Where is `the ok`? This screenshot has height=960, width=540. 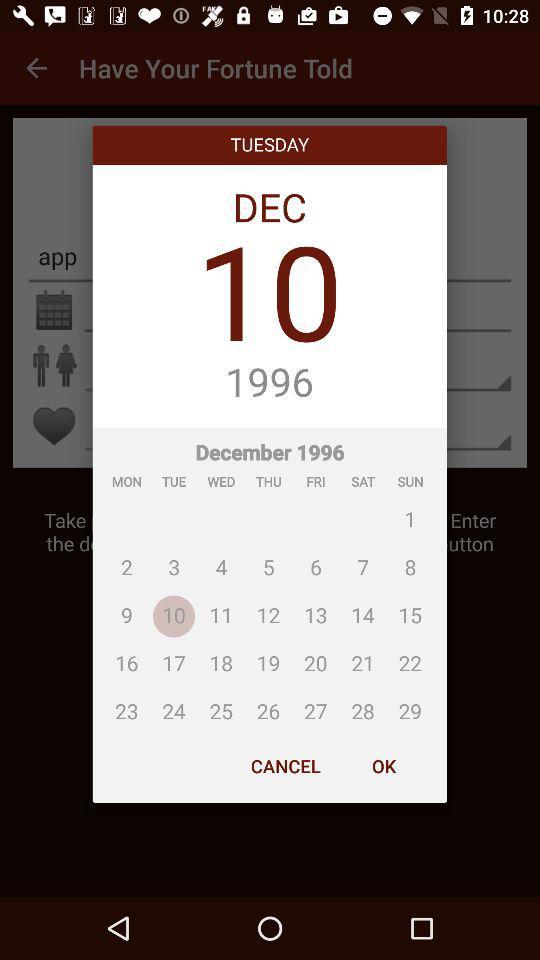
the ok is located at coordinates (383, 765).